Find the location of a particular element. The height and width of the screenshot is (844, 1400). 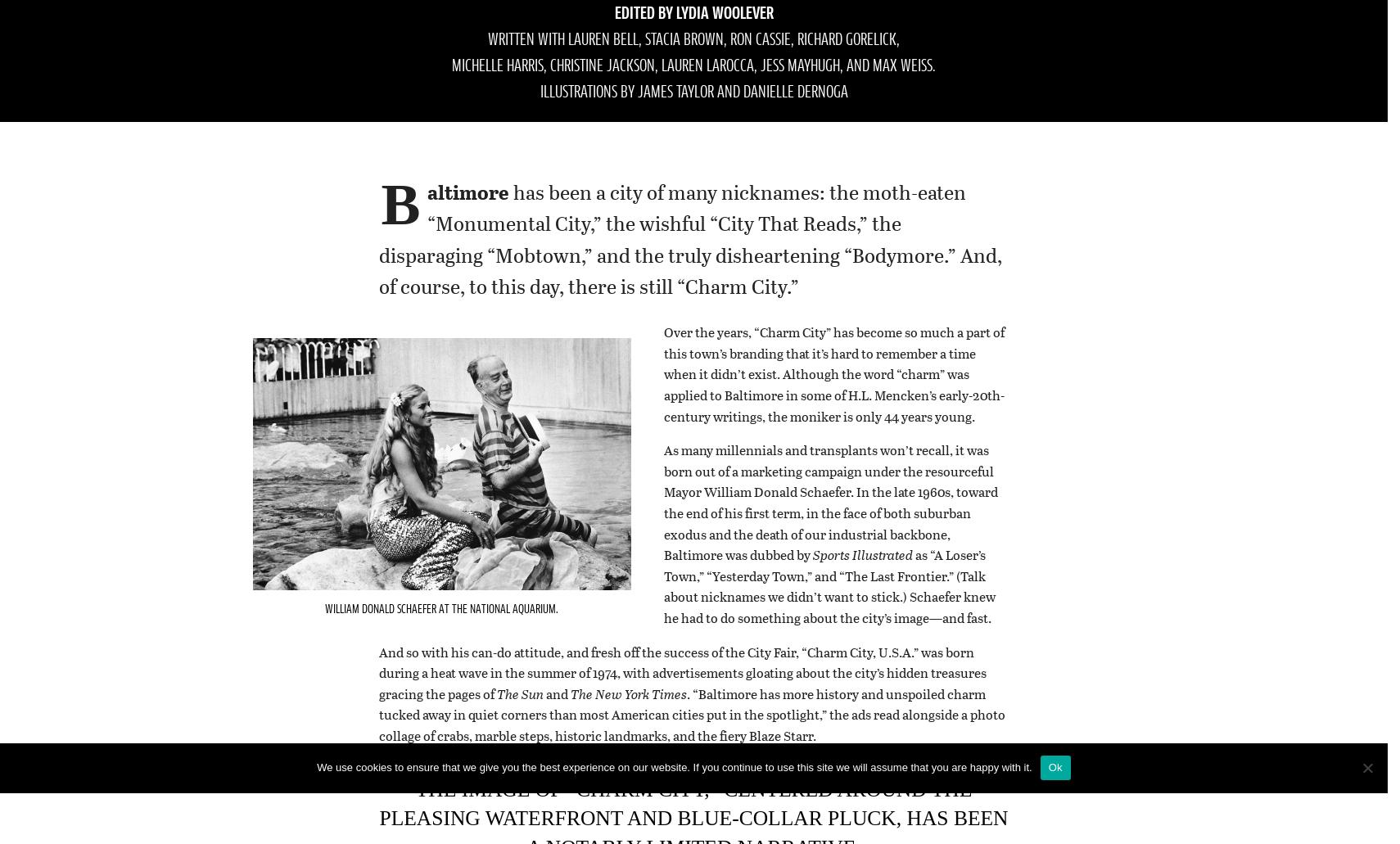

'Michelle Harris, Christine Jackson, Lauren LaRocca, Jess Mayhugh, and Max Weiss.' is located at coordinates (693, 65).